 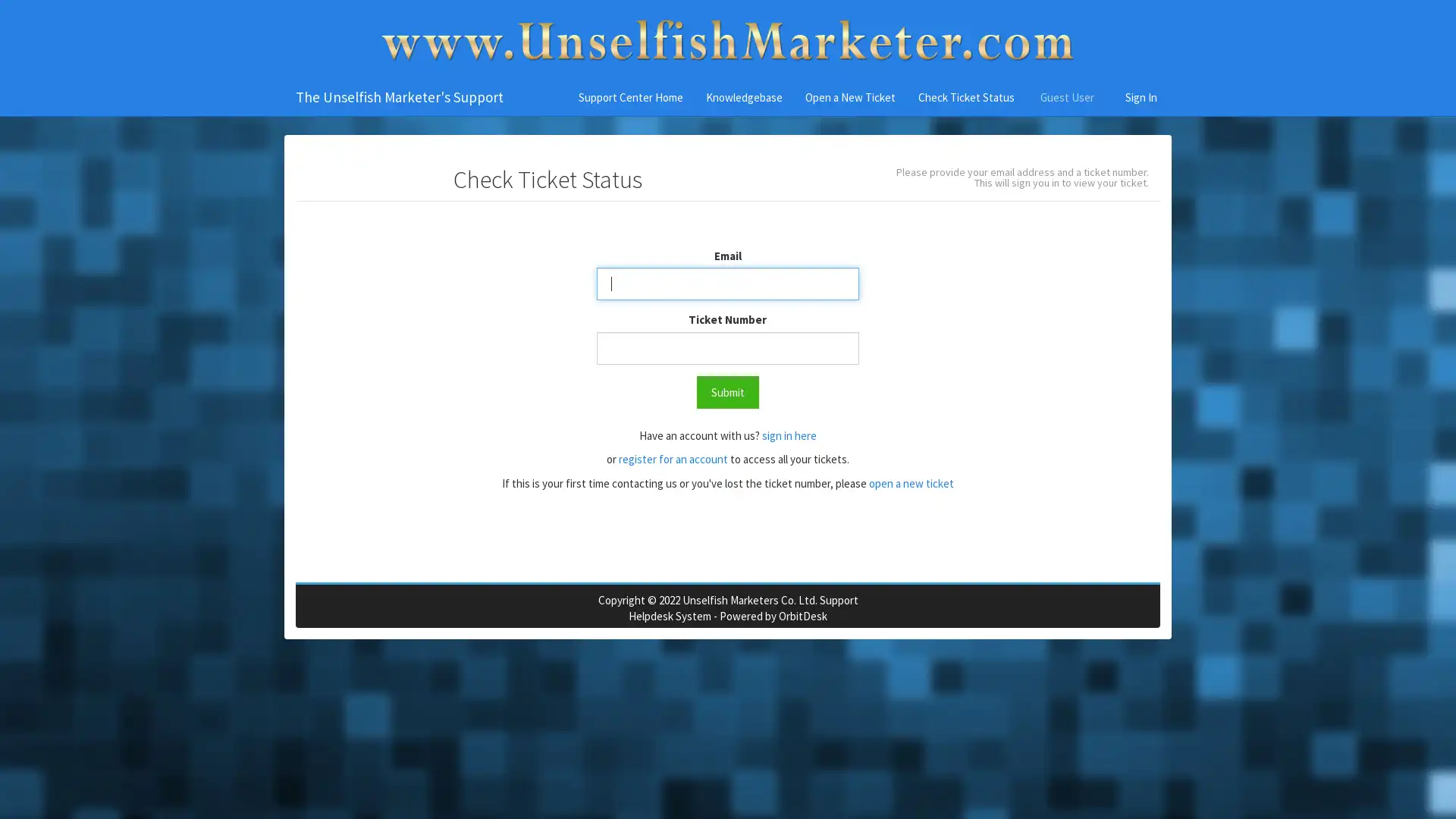 What do you see at coordinates (726, 391) in the screenshot?
I see `Submit` at bounding box center [726, 391].